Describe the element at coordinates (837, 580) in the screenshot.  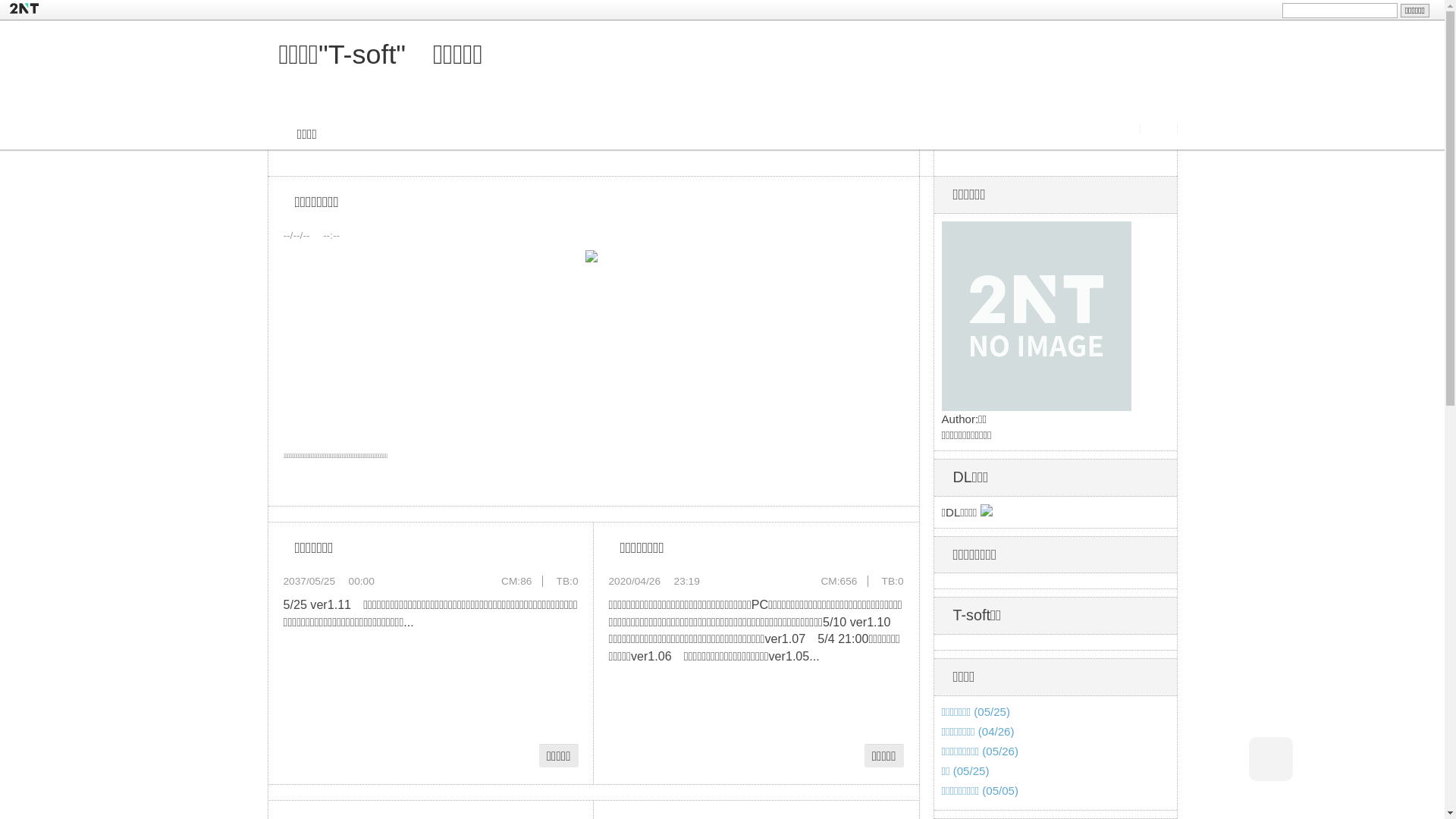
I see `'CM:656'` at that location.